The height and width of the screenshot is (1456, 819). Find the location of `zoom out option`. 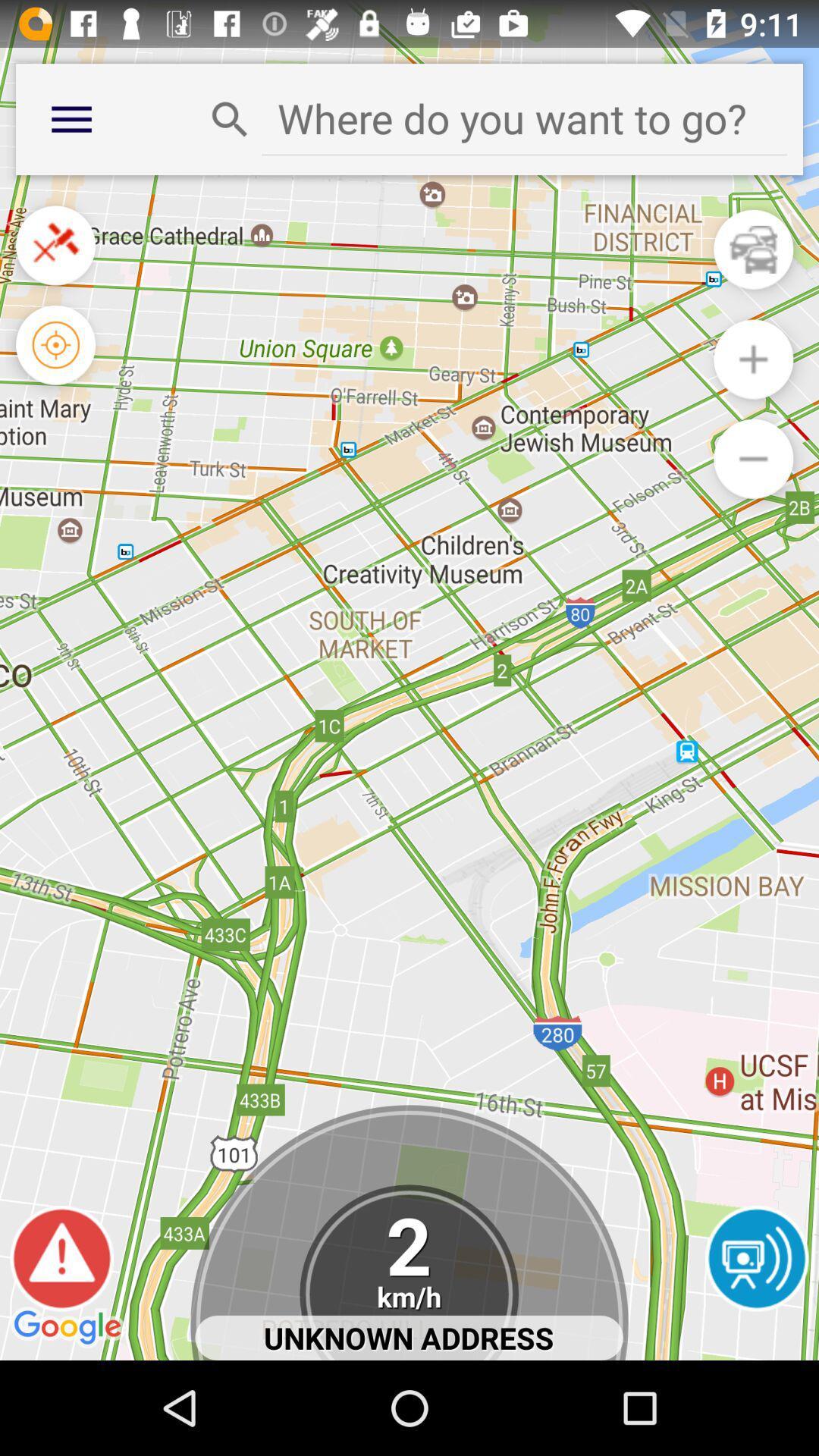

zoom out option is located at coordinates (753, 458).